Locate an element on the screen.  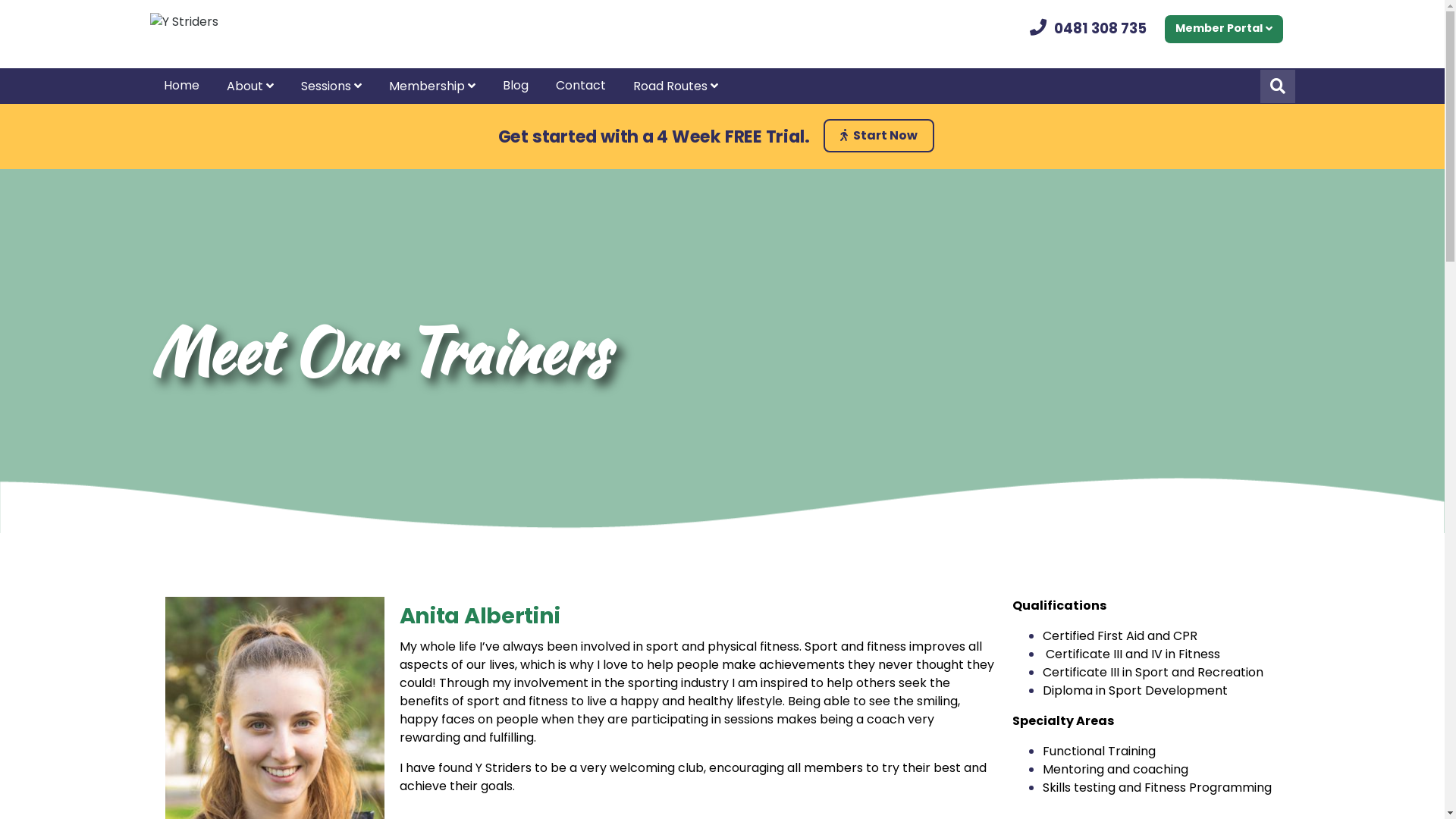
'Search' is located at coordinates (1276, 86).